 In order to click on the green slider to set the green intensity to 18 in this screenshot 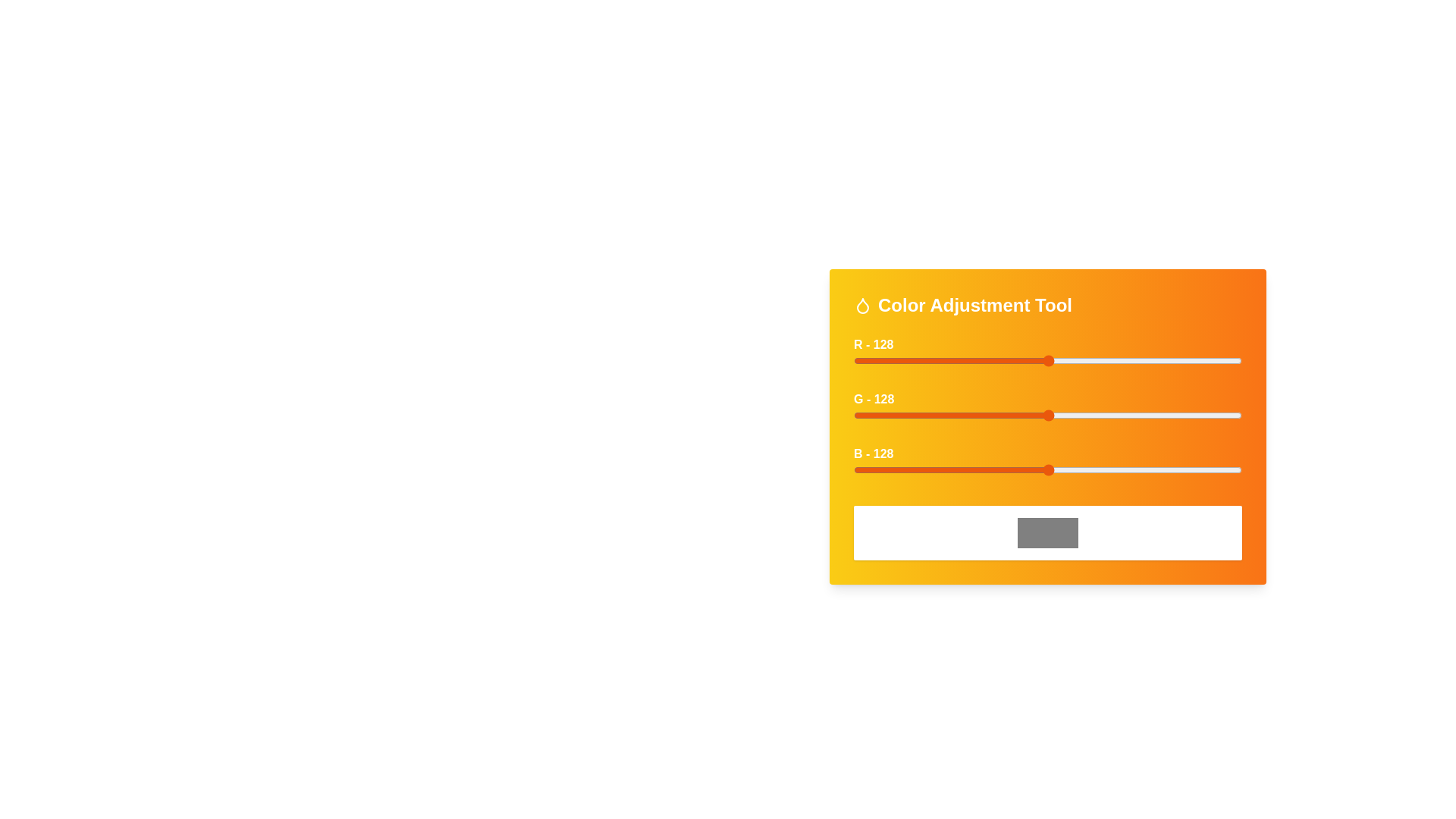, I will do `click(881, 415)`.